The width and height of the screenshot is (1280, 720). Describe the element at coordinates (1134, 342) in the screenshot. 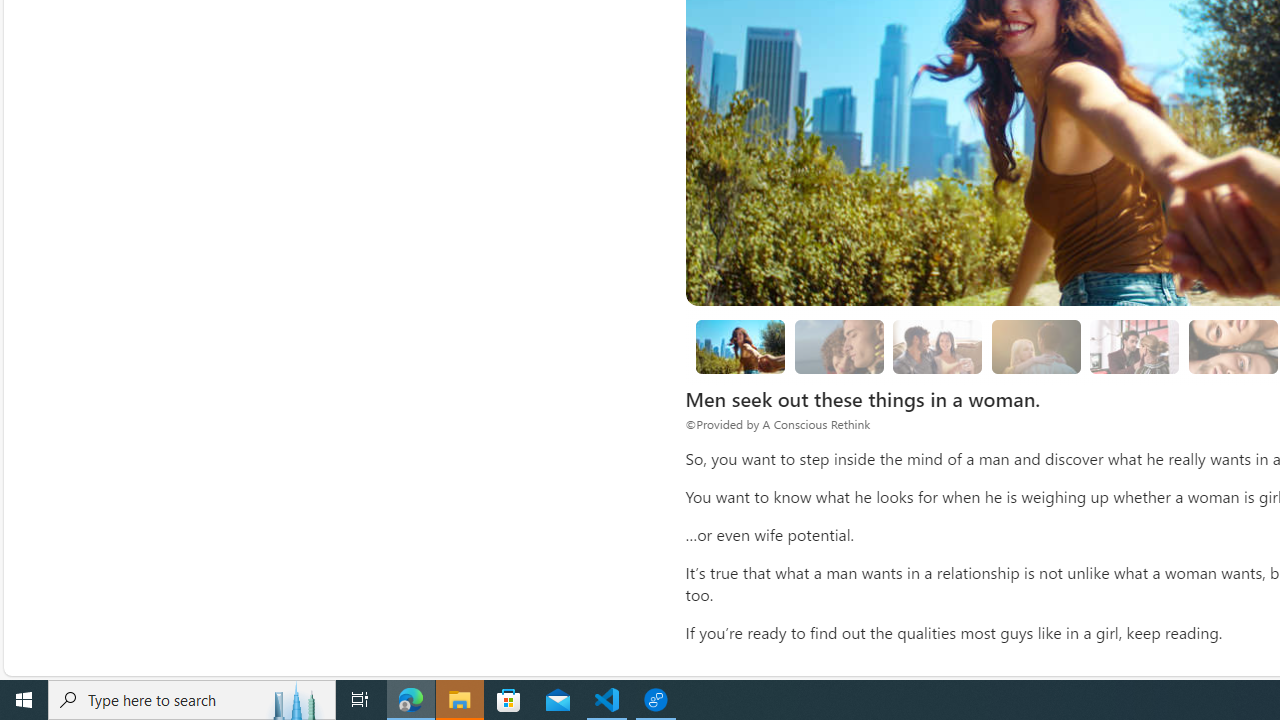

I see `'Class: progress'` at that location.